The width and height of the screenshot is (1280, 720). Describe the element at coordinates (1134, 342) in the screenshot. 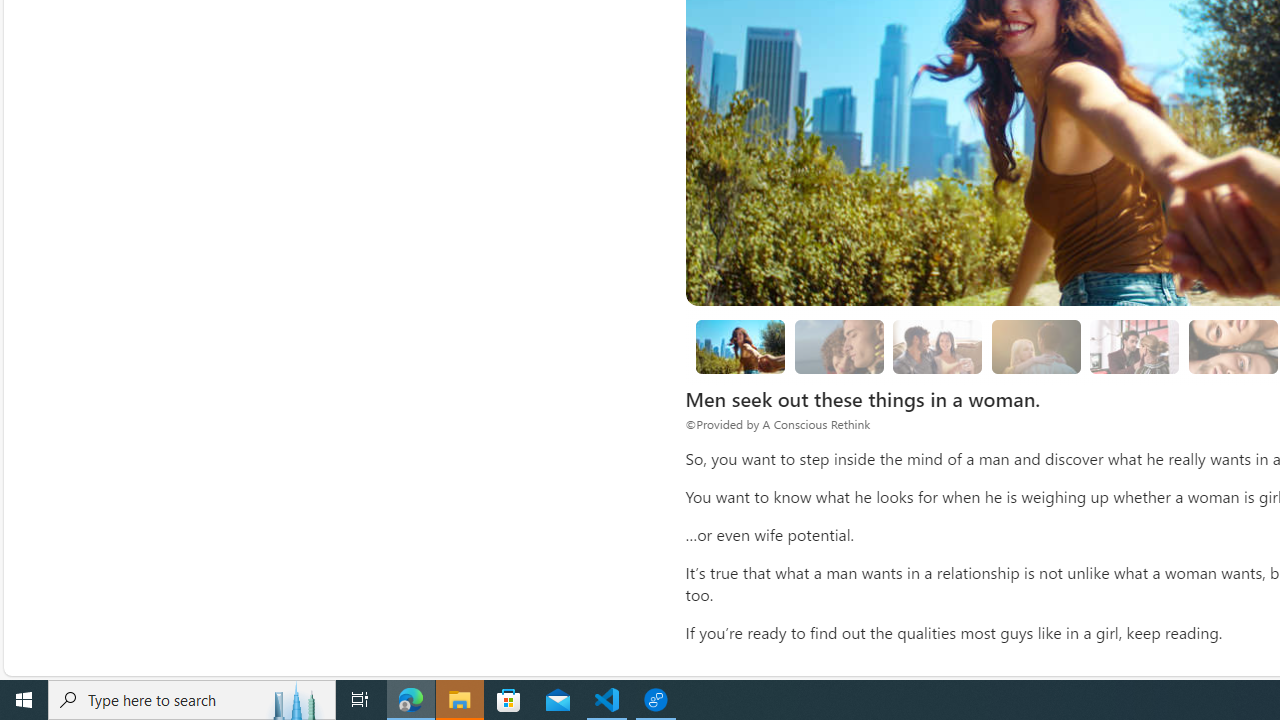

I see `'Class: progress'` at that location.